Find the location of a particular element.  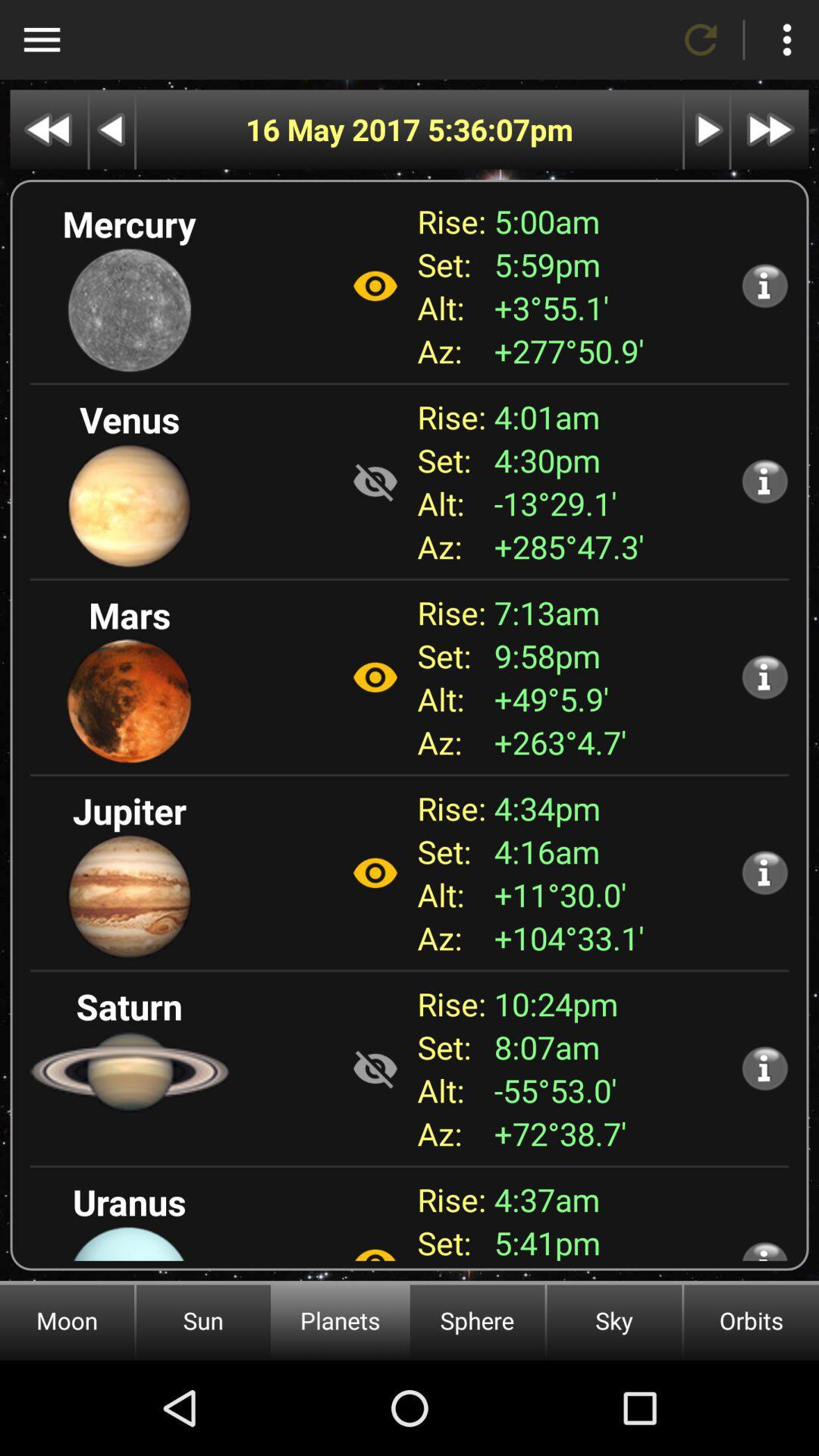

notification is located at coordinates (764, 676).